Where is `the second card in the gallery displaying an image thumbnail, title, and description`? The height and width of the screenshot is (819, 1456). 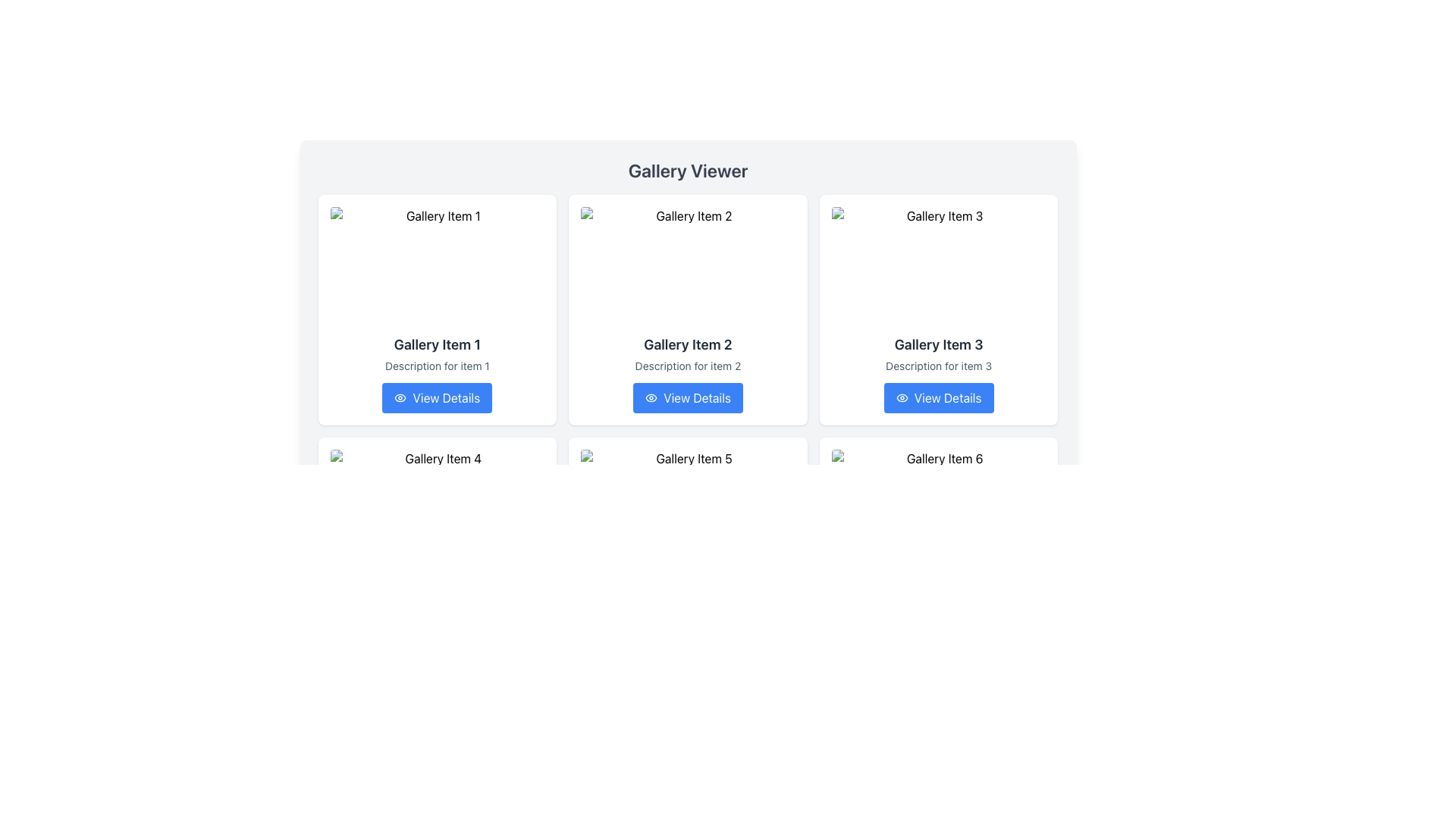 the second card in the gallery displaying an image thumbnail, title, and description is located at coordinates (687, 309).